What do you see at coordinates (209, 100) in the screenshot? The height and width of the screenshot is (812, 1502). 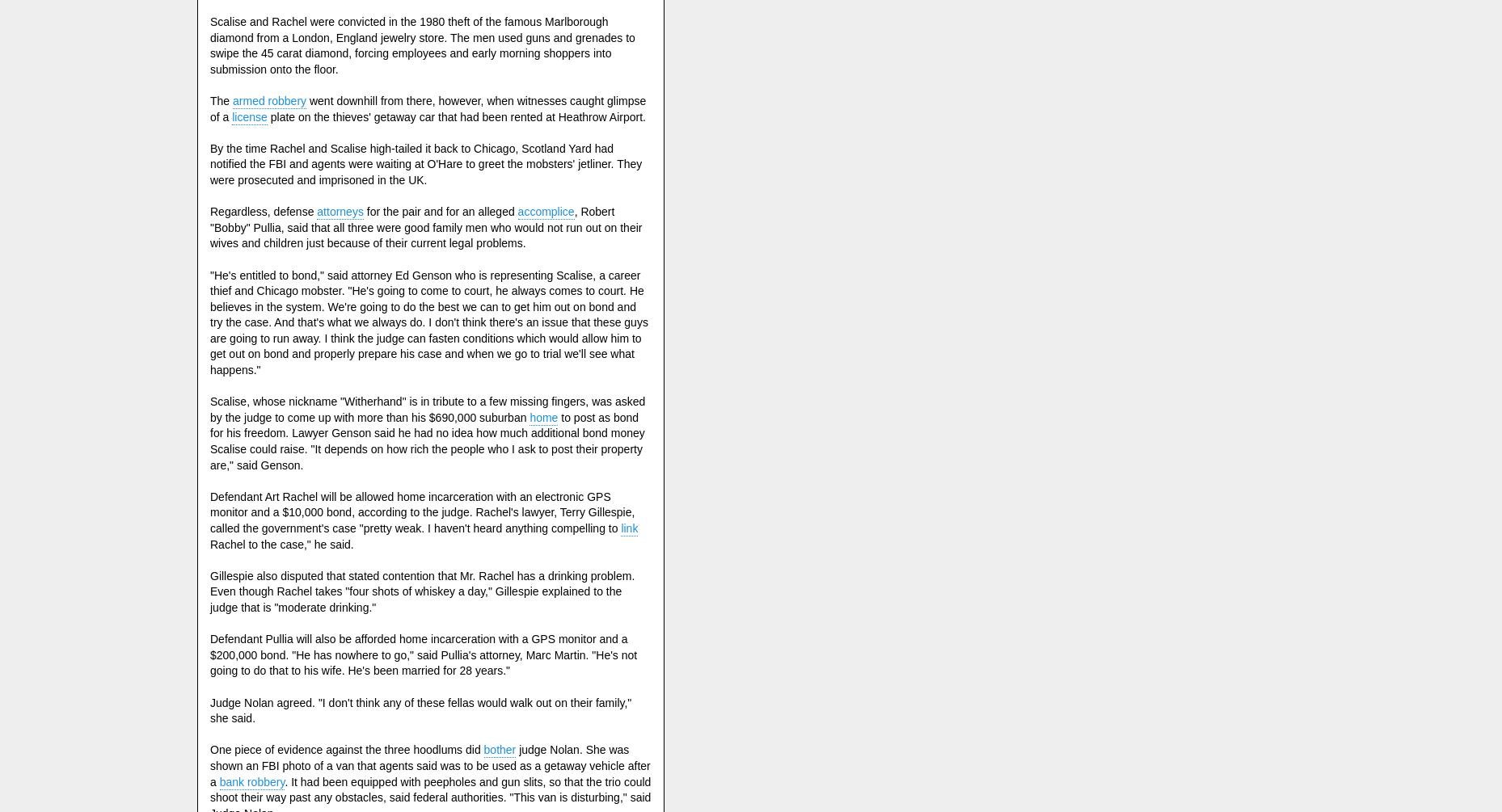 I see `'The'` at bounding box center [209, 100].